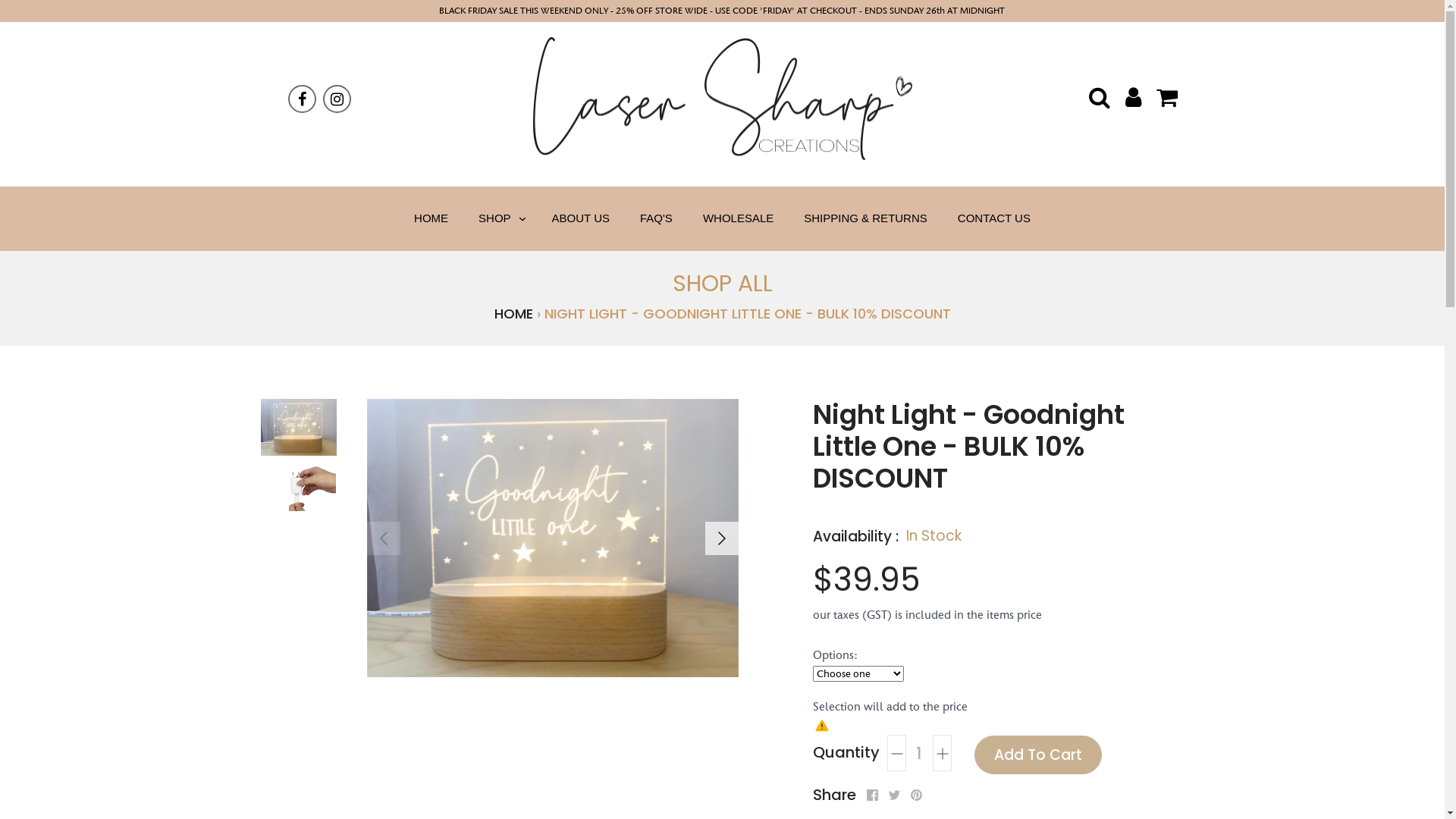 Image resolution: width=1456 pixels, height=819 pixels. Describe the element at coordinates (871, 794) in the screenshot. I see `'Facebook` at that location.